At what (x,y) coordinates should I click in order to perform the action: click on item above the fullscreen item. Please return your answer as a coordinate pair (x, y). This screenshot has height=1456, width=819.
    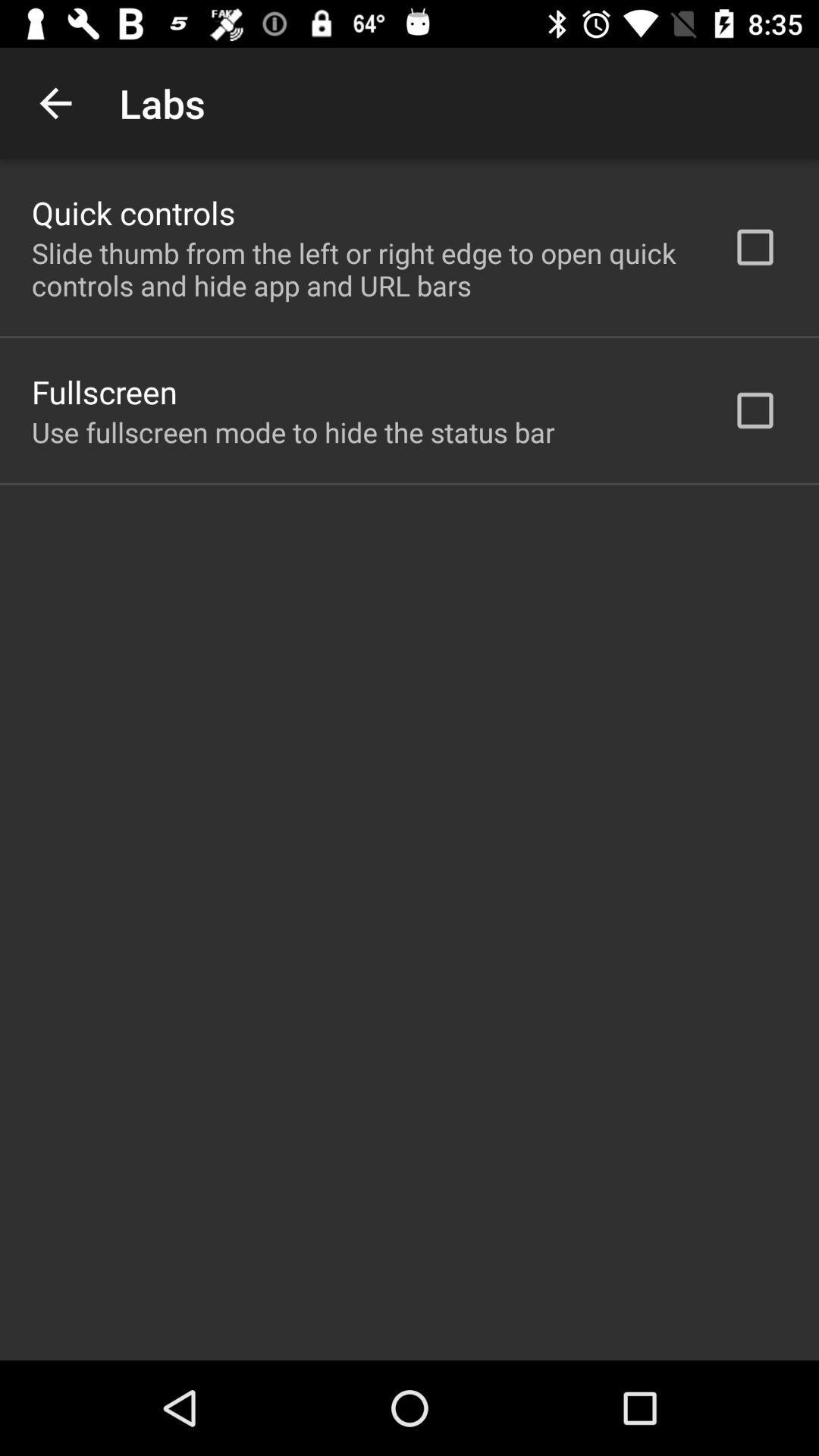
    Looking at the image, I should click on (362, 269).